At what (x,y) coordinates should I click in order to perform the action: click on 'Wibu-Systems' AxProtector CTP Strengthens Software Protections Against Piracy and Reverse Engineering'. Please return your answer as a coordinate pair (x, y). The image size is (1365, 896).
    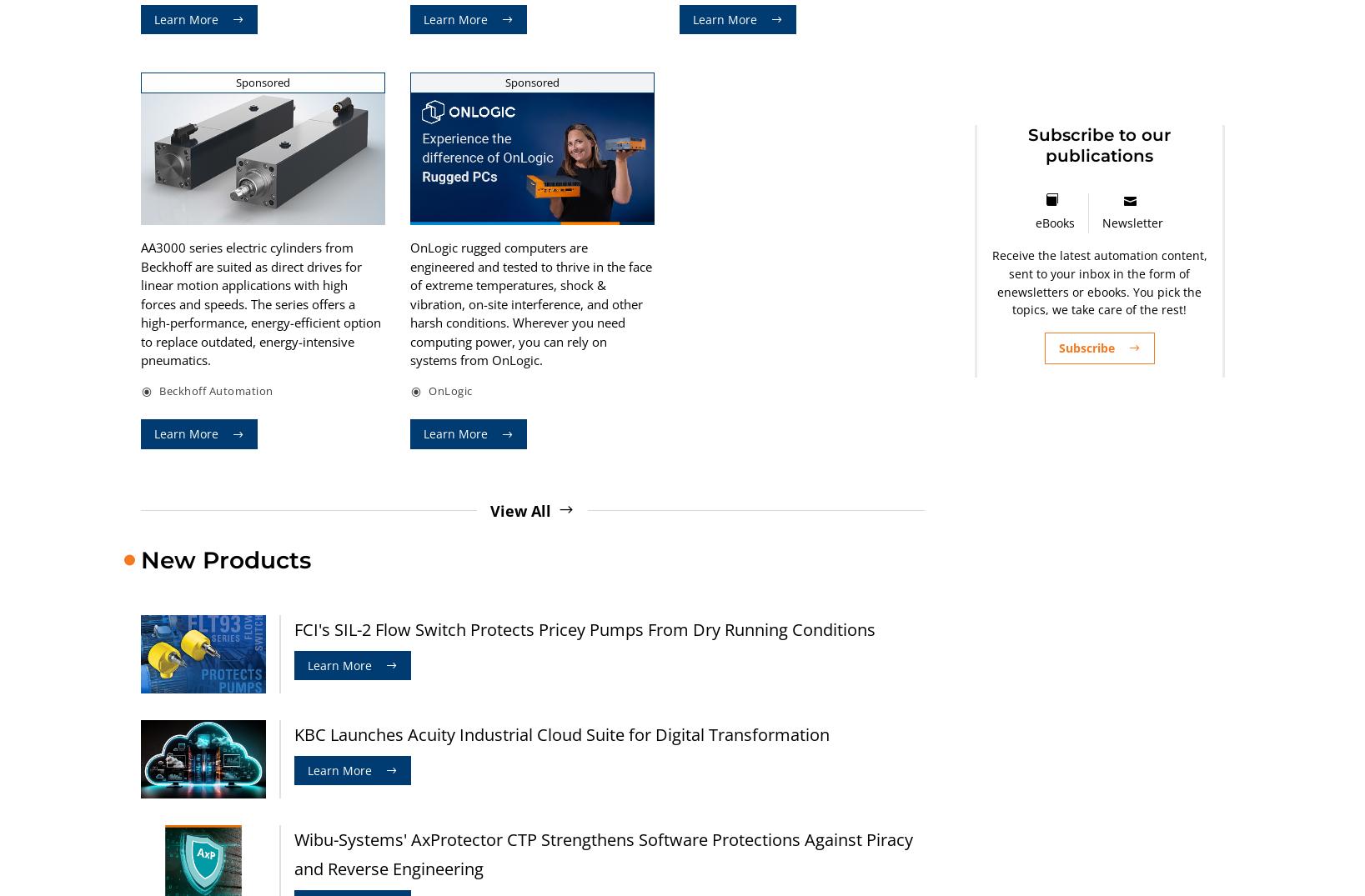
    Looking at the image, I should click on (603, 853).